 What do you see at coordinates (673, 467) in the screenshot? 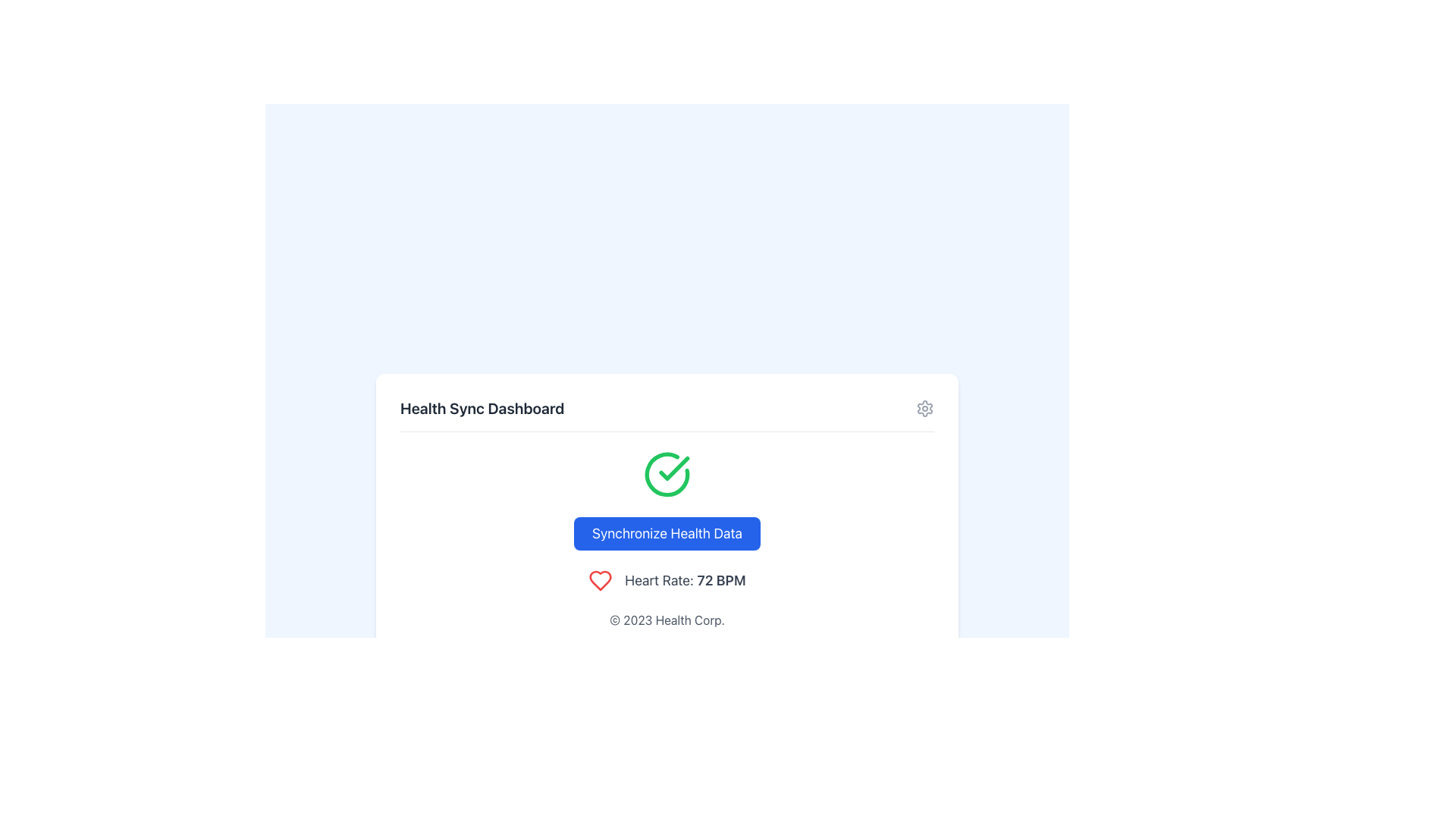
I see `the green circular badge with a checkmark, which indicates success or completion, located just above the blue 'Synchronize Health Data' button` at bounding box center [673, 467].